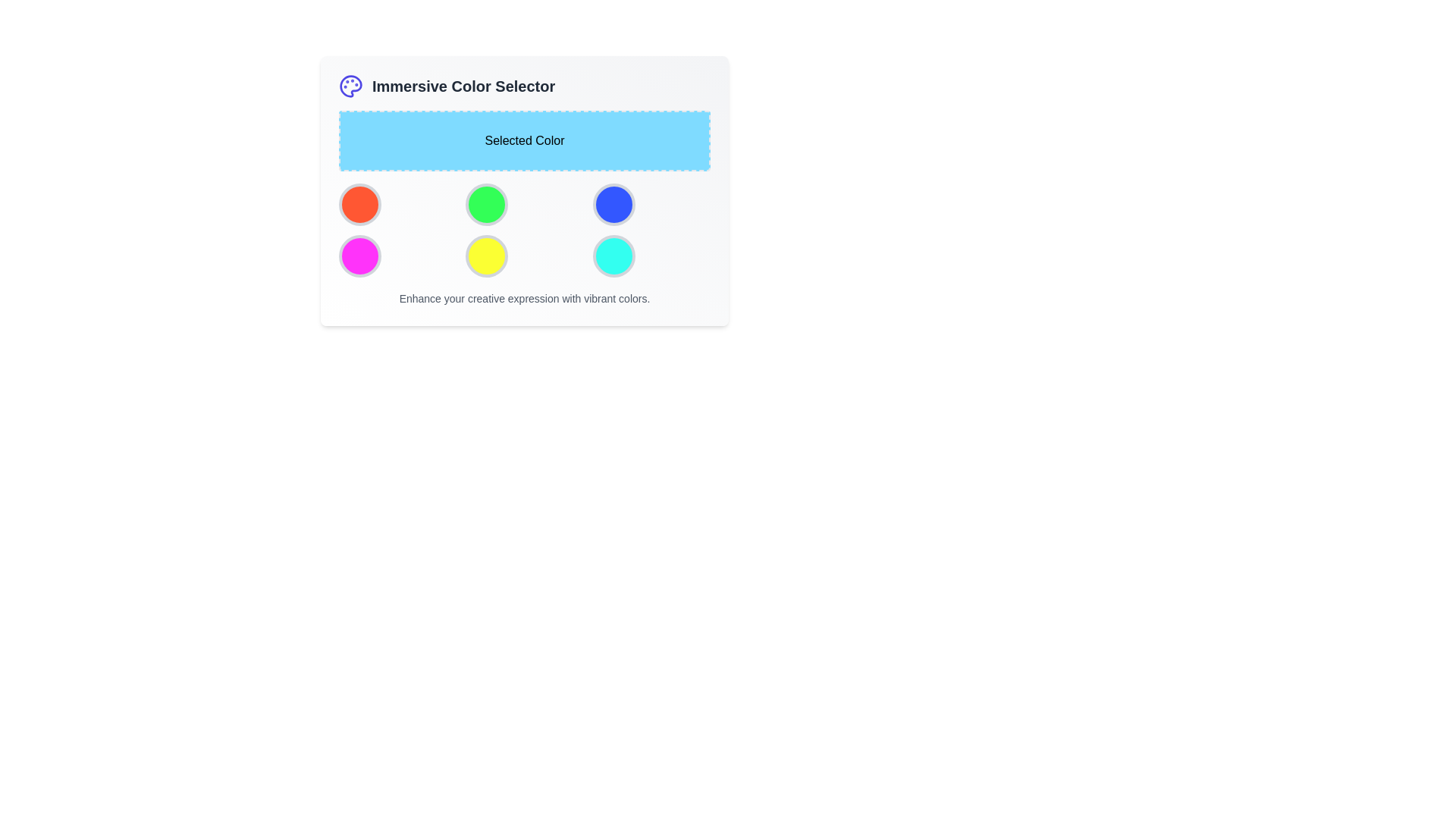 The width and height of the screenshot is (1456, 819). Describe the element at coordinates (463, 86) in the screenshot. I see `the text label indicating 'Immersive Color Selector', which is located in the upper section of the panel, to the right of a colorful palette icon` at that location.